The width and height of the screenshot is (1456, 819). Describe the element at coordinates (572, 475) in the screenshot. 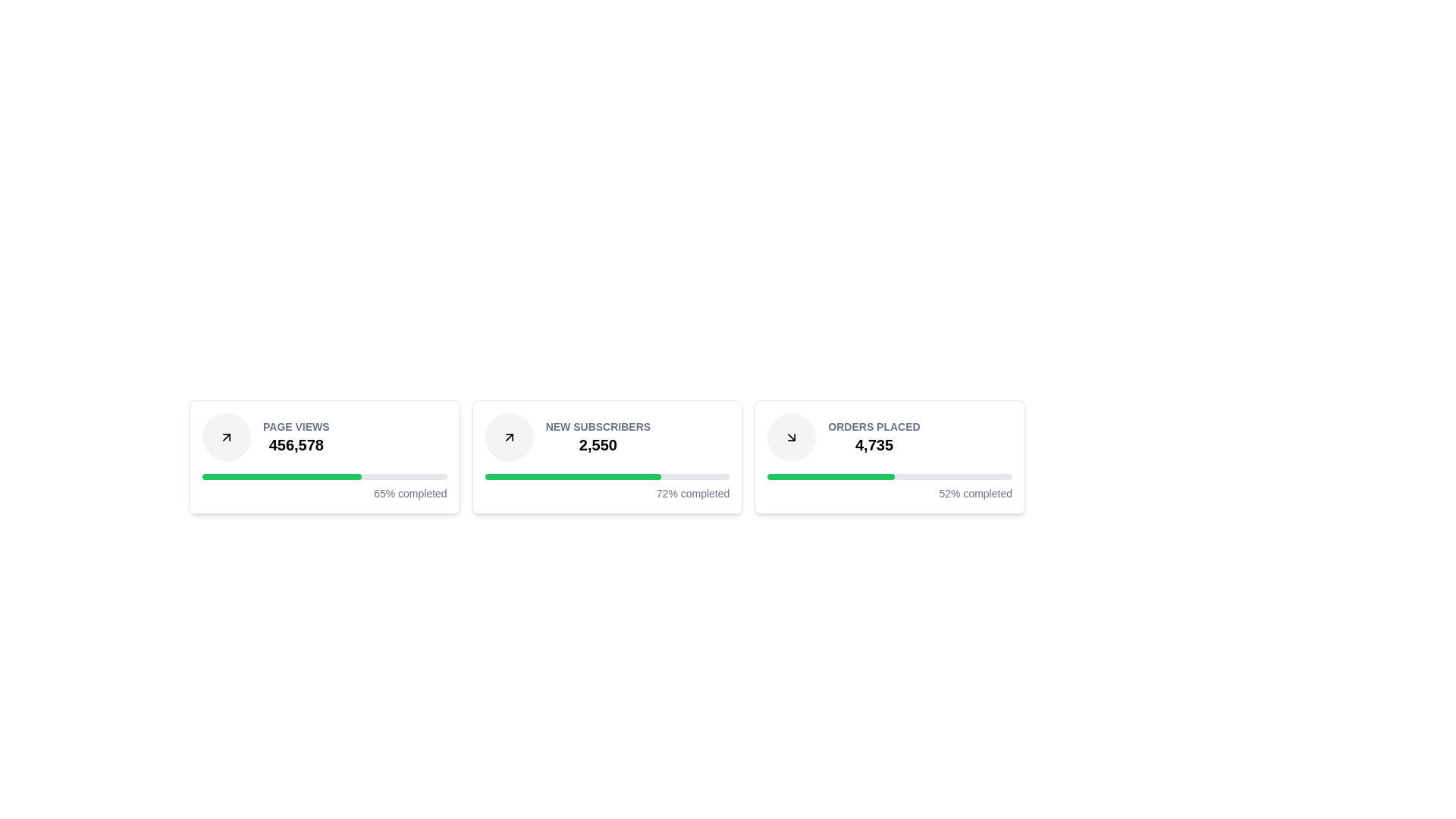

I see `the completion percentage of the green progress bar within the 'NEW SUBSCRIBERS' metric card` at that location.